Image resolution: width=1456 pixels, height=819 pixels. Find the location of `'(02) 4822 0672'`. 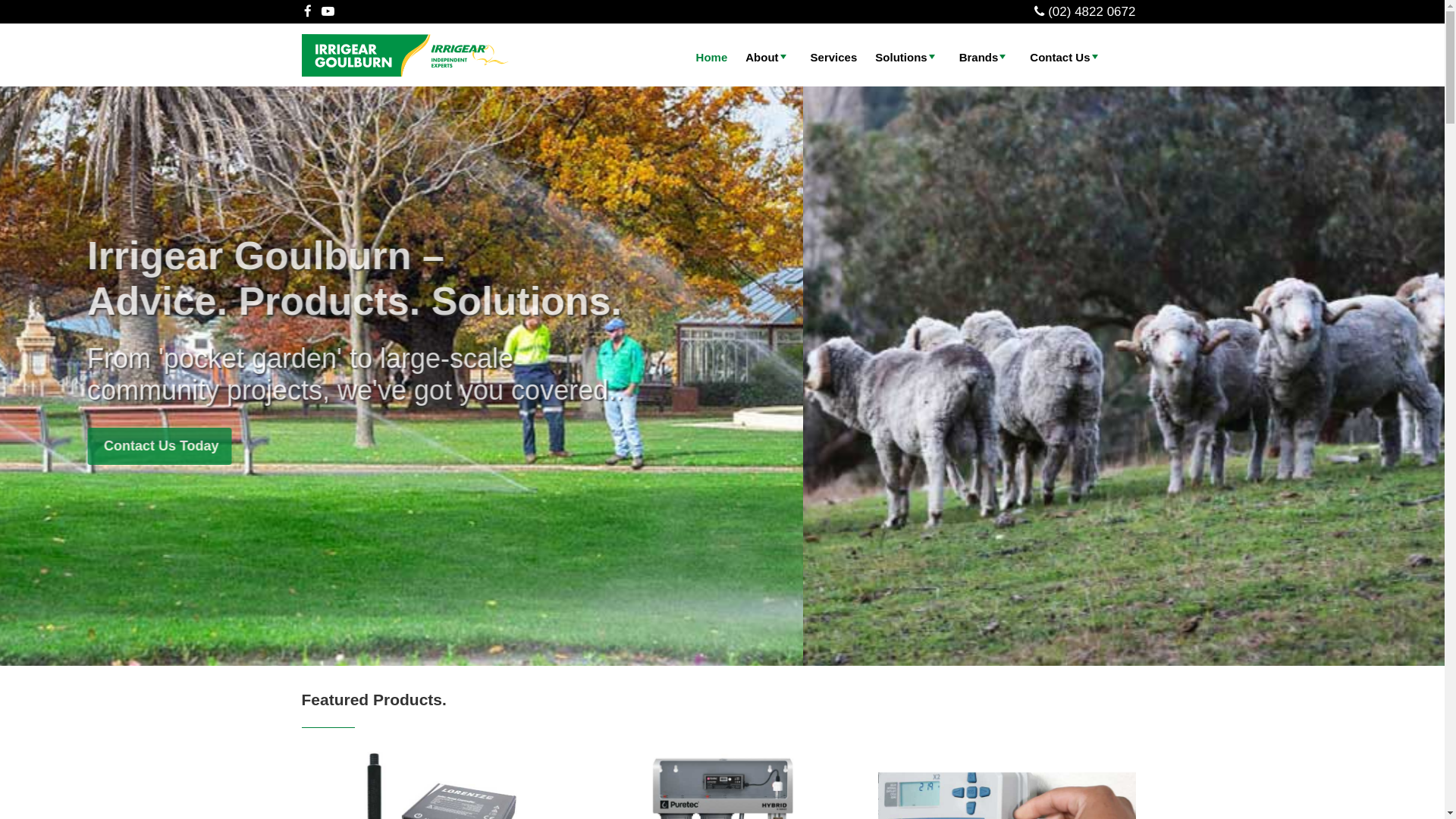

'(02) 4822 0672' is located at coordinates (1090, 11).